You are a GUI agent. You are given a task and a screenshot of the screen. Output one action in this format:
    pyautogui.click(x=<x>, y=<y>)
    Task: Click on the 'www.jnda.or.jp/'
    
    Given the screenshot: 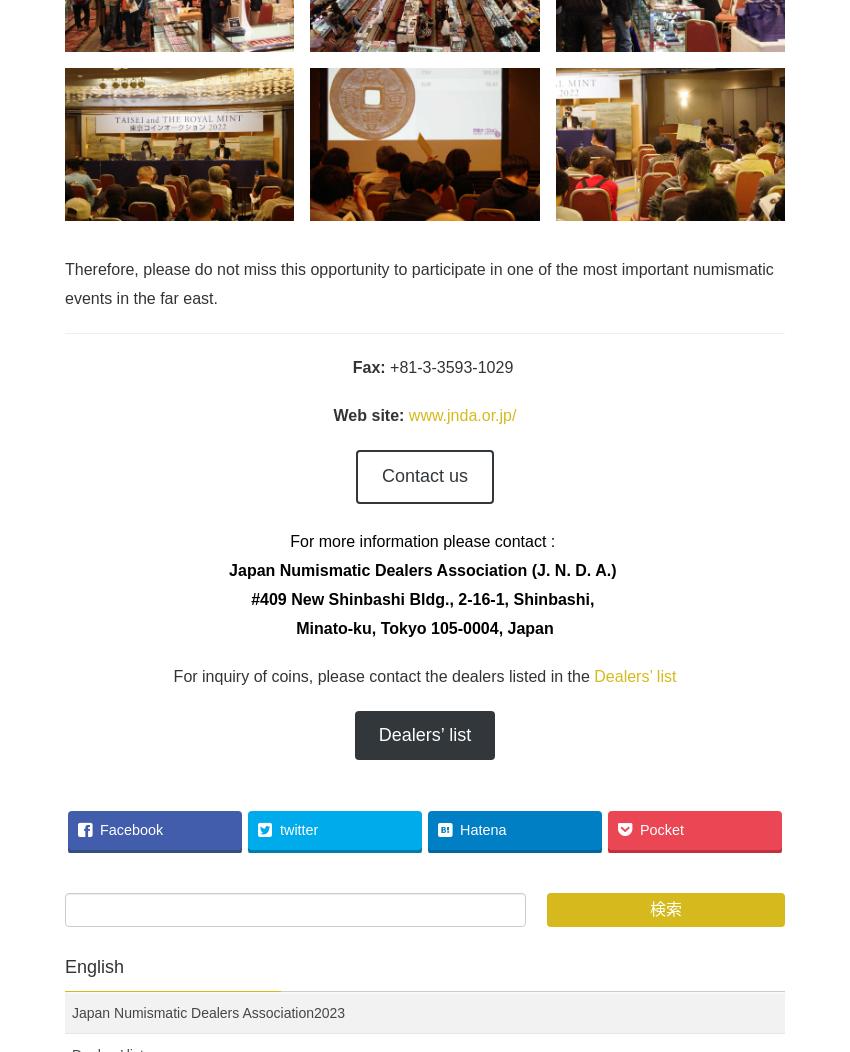 What is the action you would take?
    pyautogui.click(x=460, y=414)
    